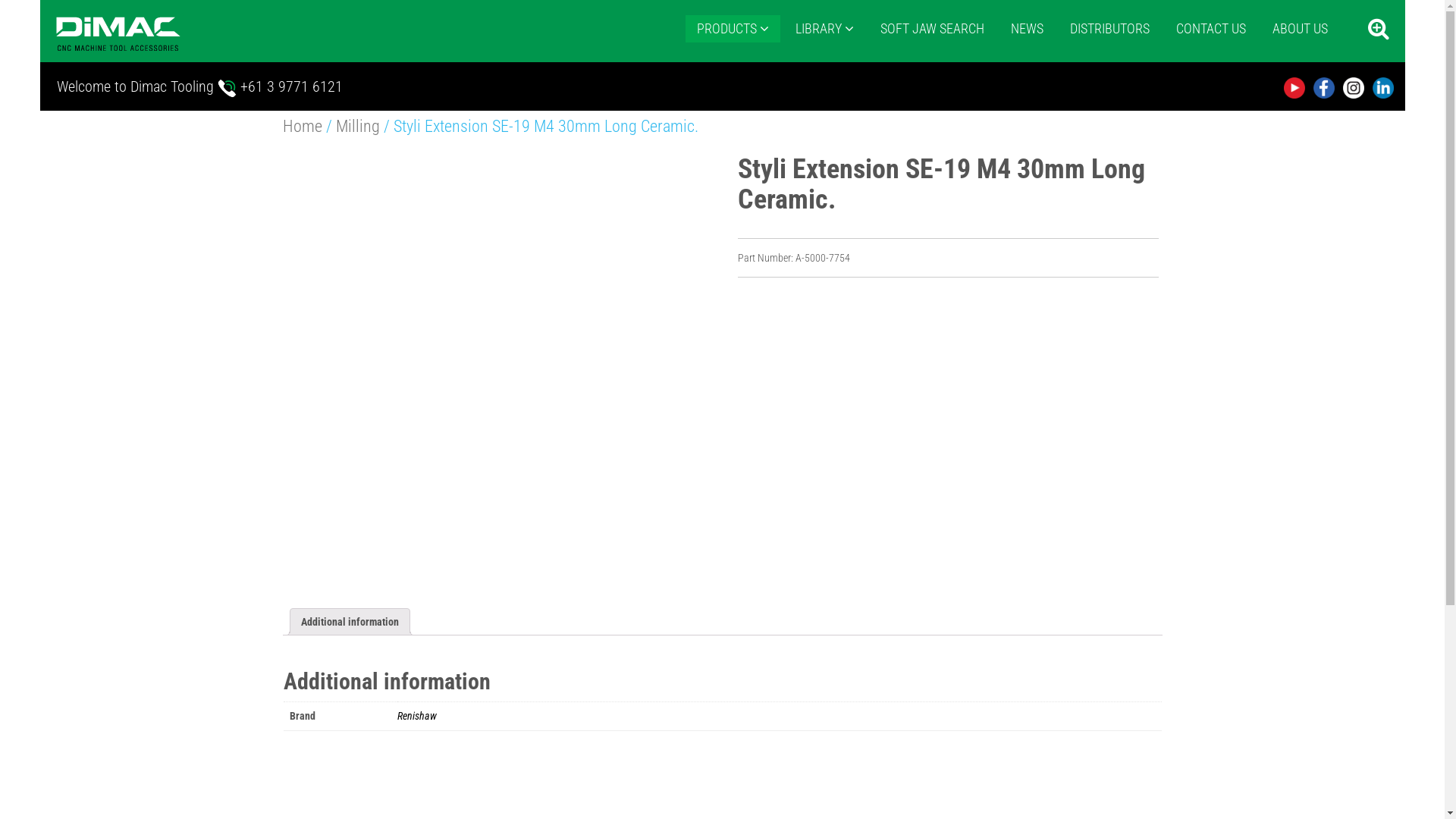 This screenshot has width=1456, height=819. Describe the element at coordinates (1298, 29) in the screenshot. I see `'ABOUT US'` at that location.